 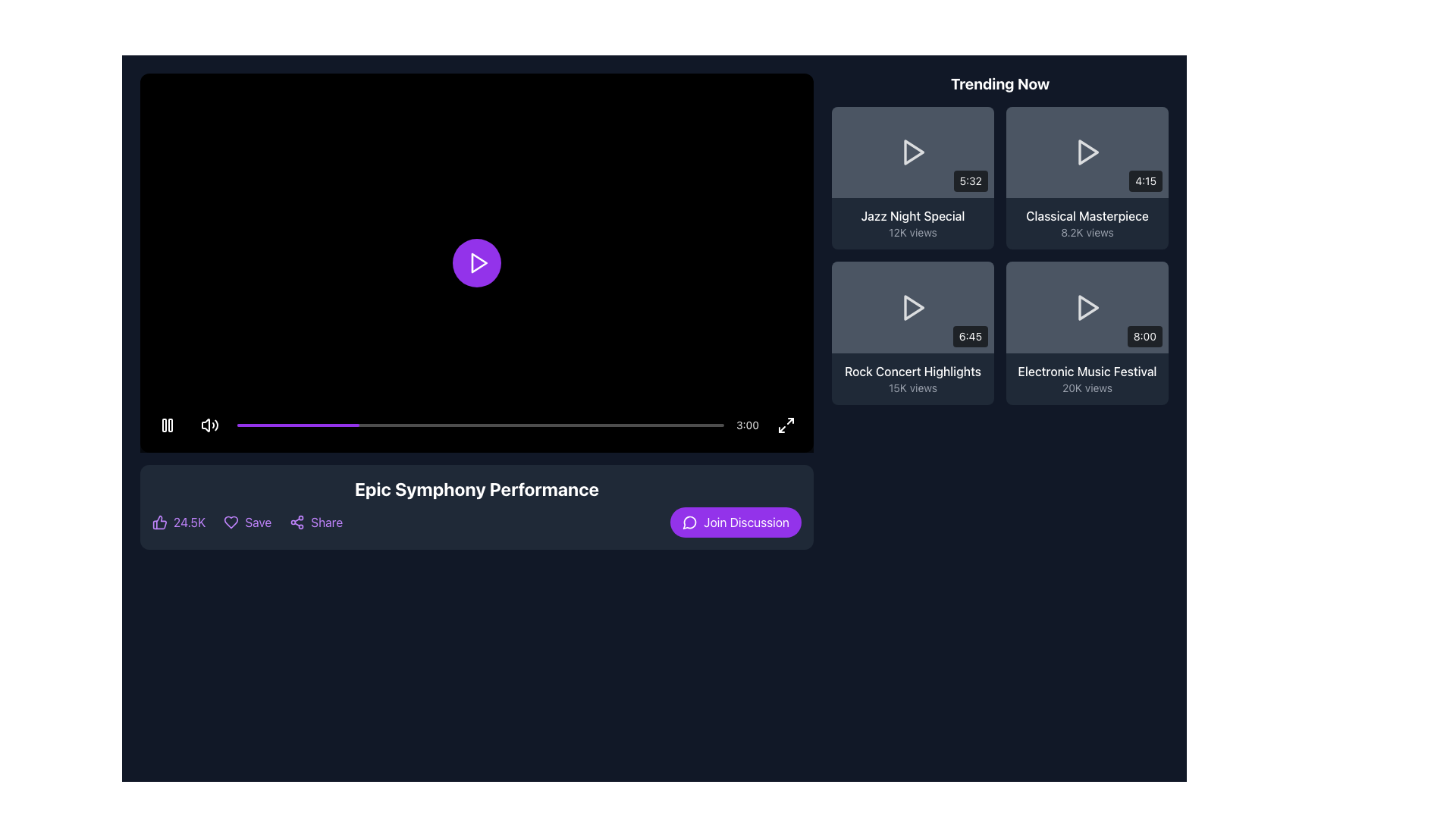 I want to click on the title text of the video content, which is positioned near the bottom of the main video content area and centered horizontally above interactive elements, so click(x=475, y=488).